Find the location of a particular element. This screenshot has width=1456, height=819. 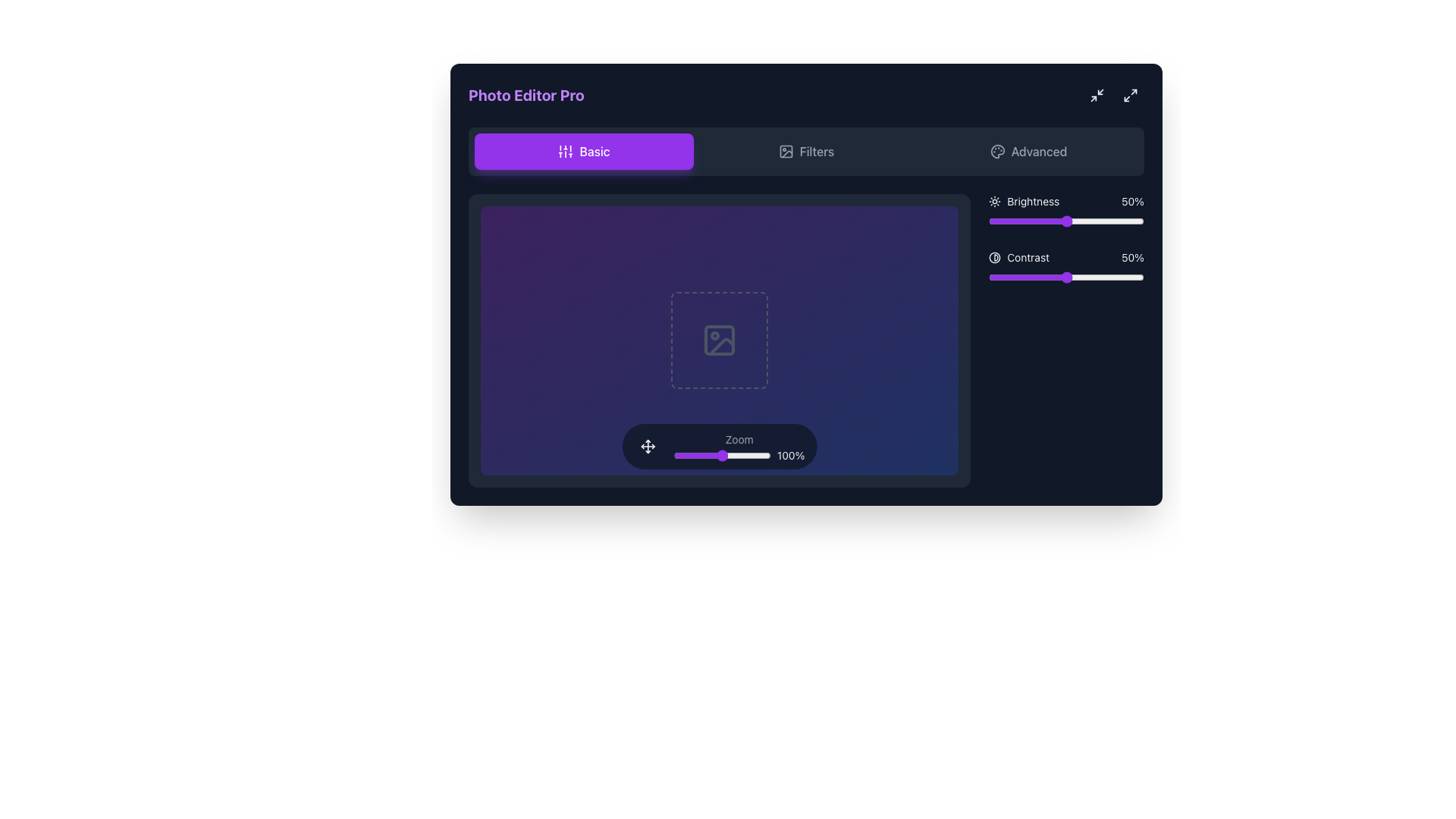

slider value is located at coordinates (1015, 221).